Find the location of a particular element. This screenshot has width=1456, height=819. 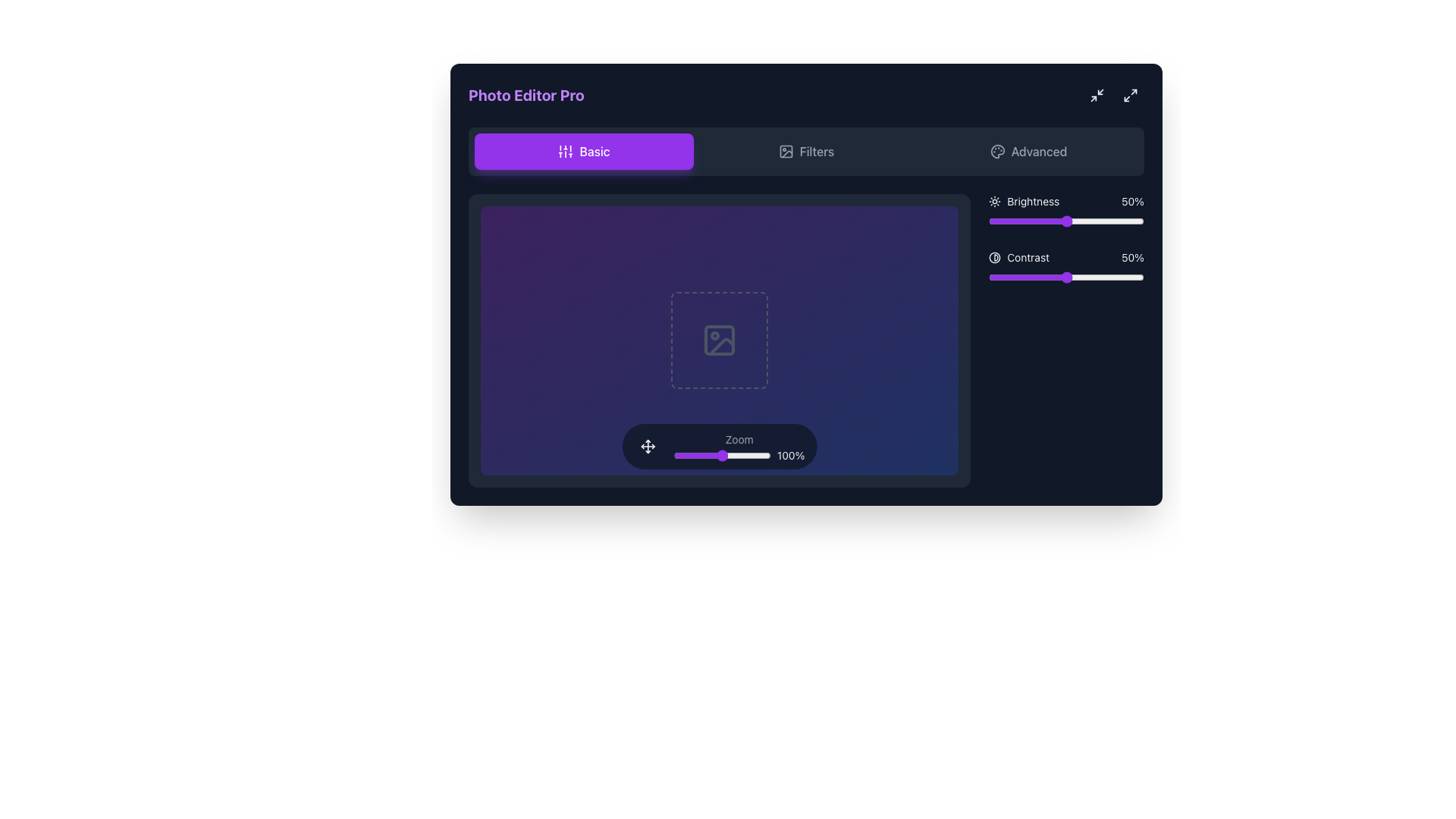

slider value is located at coordinates (1015, 221).